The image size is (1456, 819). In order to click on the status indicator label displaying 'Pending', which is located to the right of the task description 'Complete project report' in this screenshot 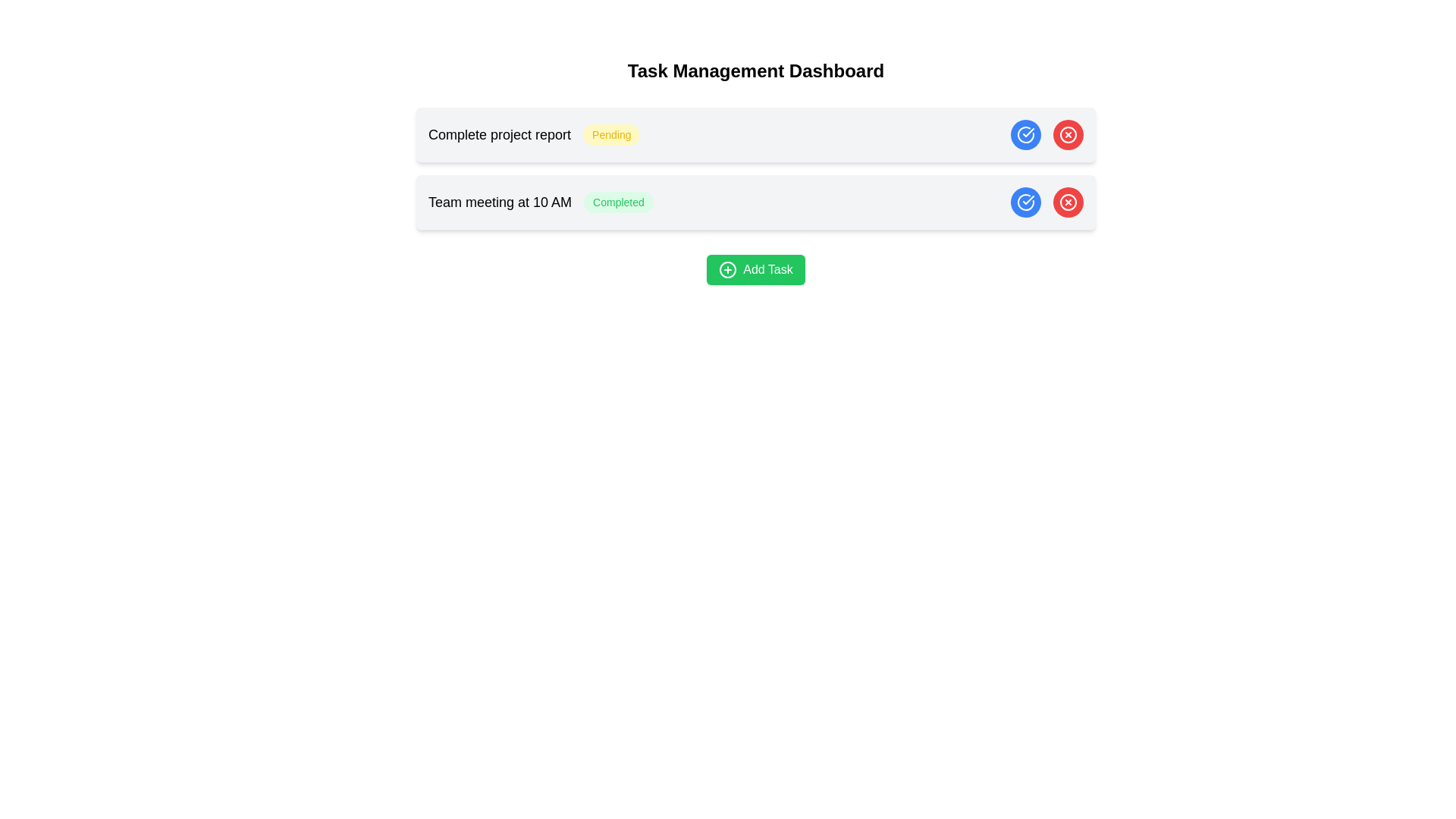, I will do `click(611, 133)`.